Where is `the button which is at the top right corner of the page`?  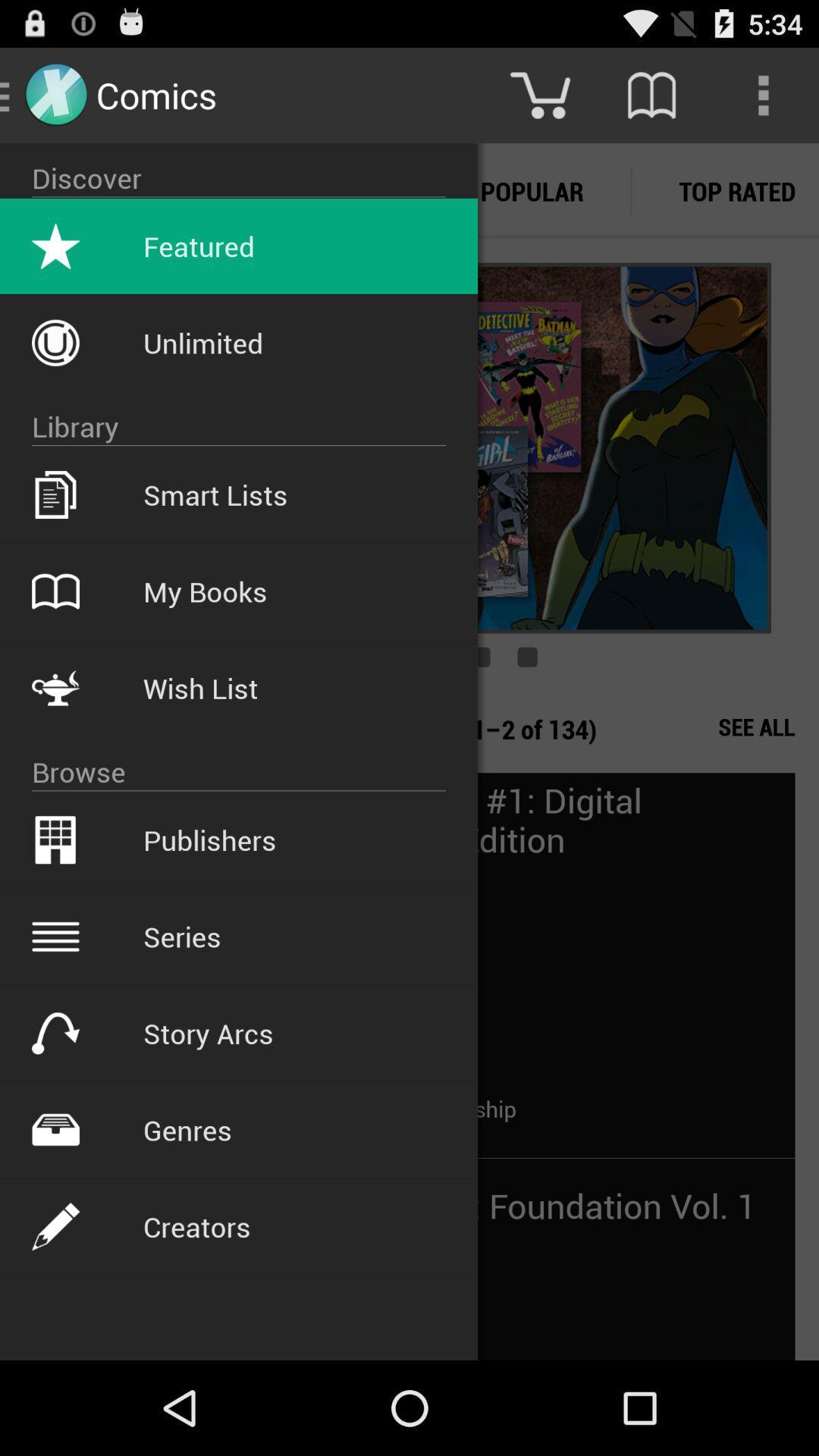 the button which is at the top right corner of the page is located at coordinates (763, 94).